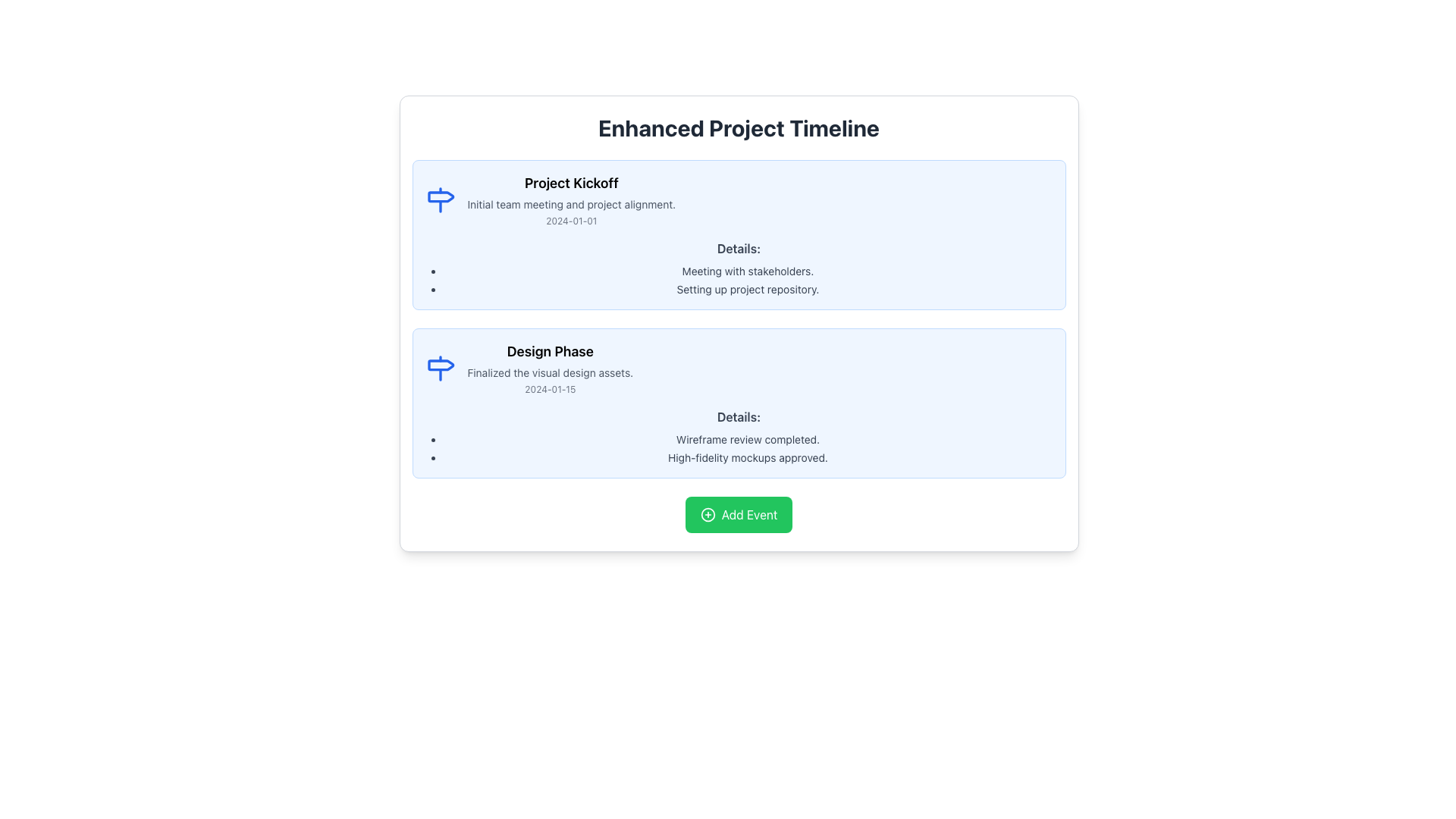 The height and width of the screenshot is (819, 1456). I want to click on bulleted list located in the 'Details' section under the 'Project Kickoff' heading, which is styled with a gray font color and smaller text size, so click(739, 281).